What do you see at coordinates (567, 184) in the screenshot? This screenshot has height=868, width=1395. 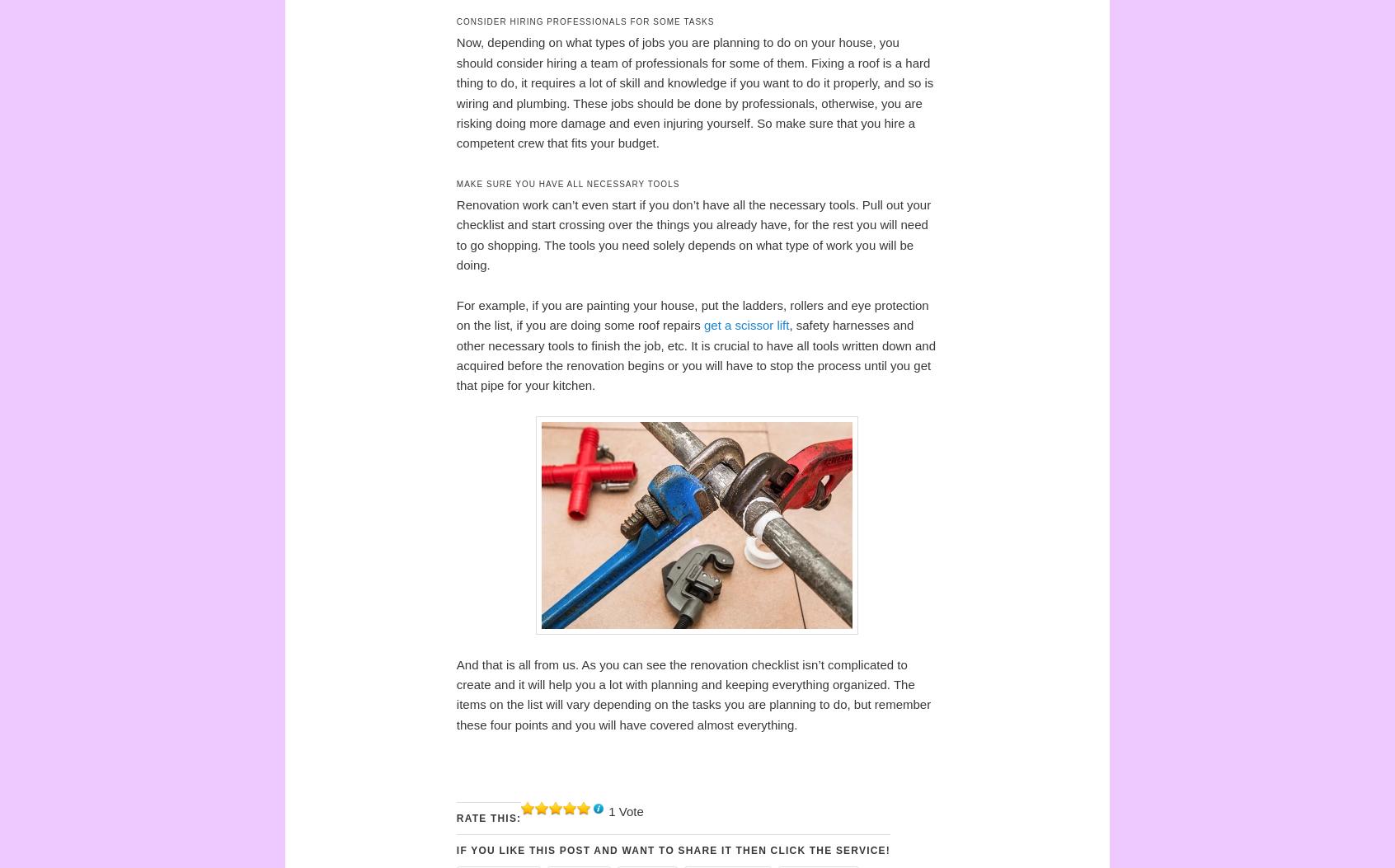 I see `'Make sure you have all necessary tools'` at bounding box center [567, 184].